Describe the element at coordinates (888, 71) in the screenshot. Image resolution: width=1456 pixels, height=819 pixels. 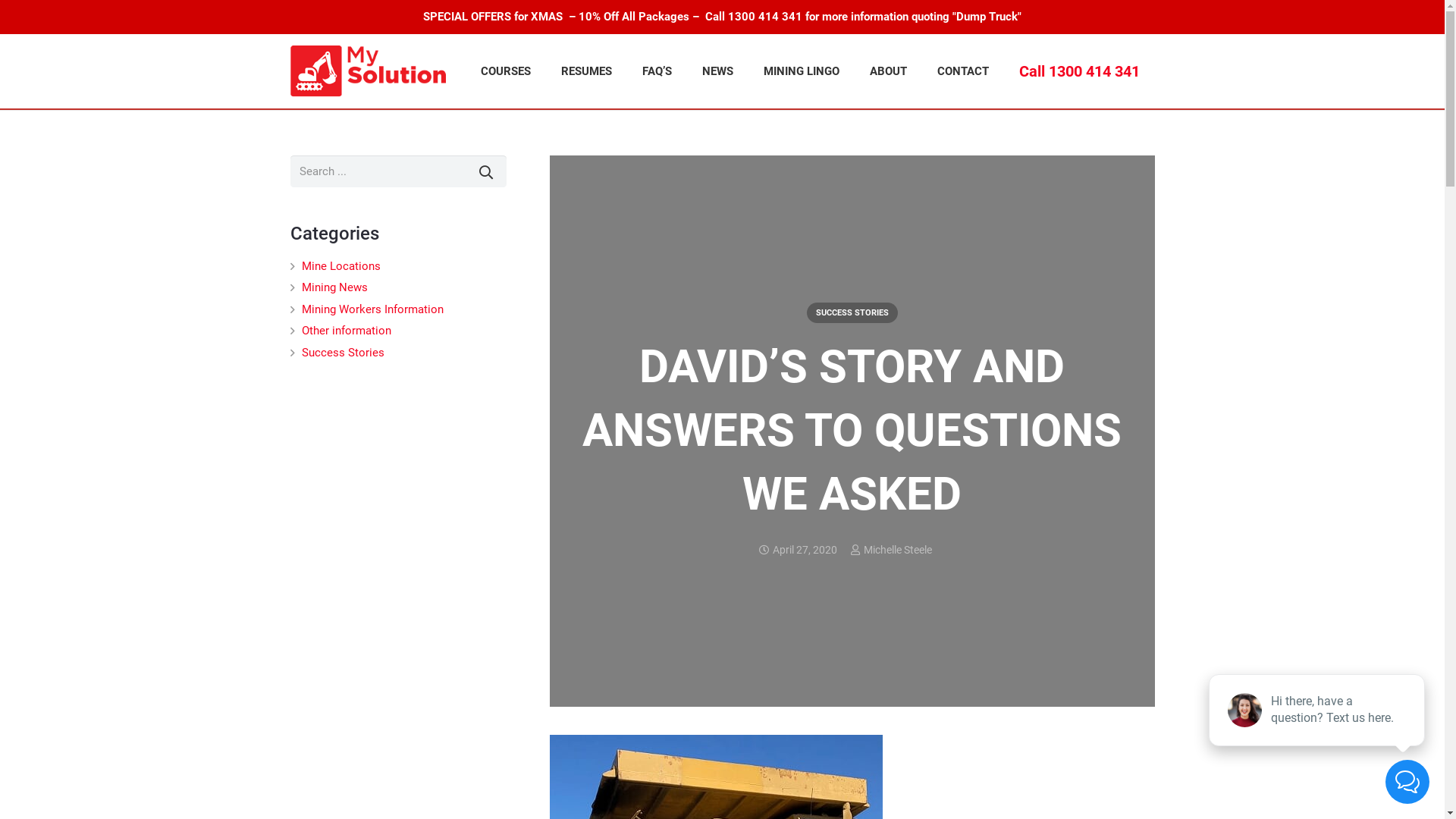
I see `'ABOUT'` at that location.